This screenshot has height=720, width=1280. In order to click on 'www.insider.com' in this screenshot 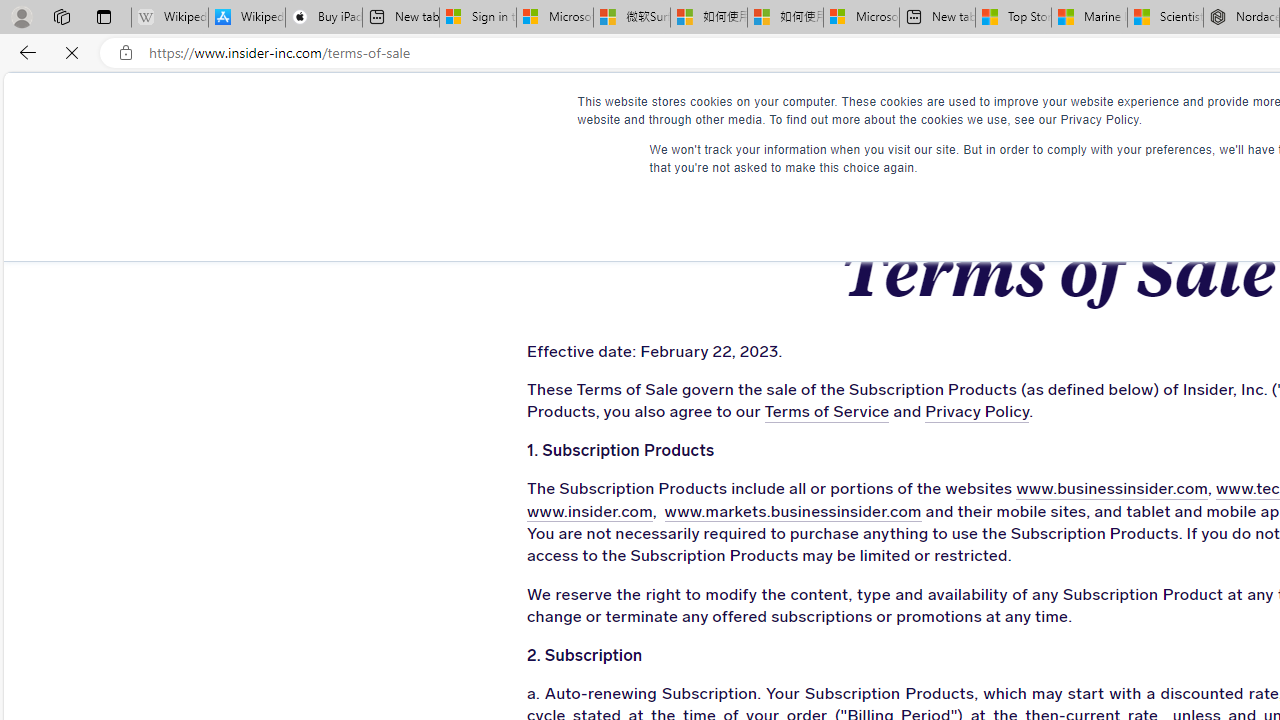, I will do `click(583, 510)`.